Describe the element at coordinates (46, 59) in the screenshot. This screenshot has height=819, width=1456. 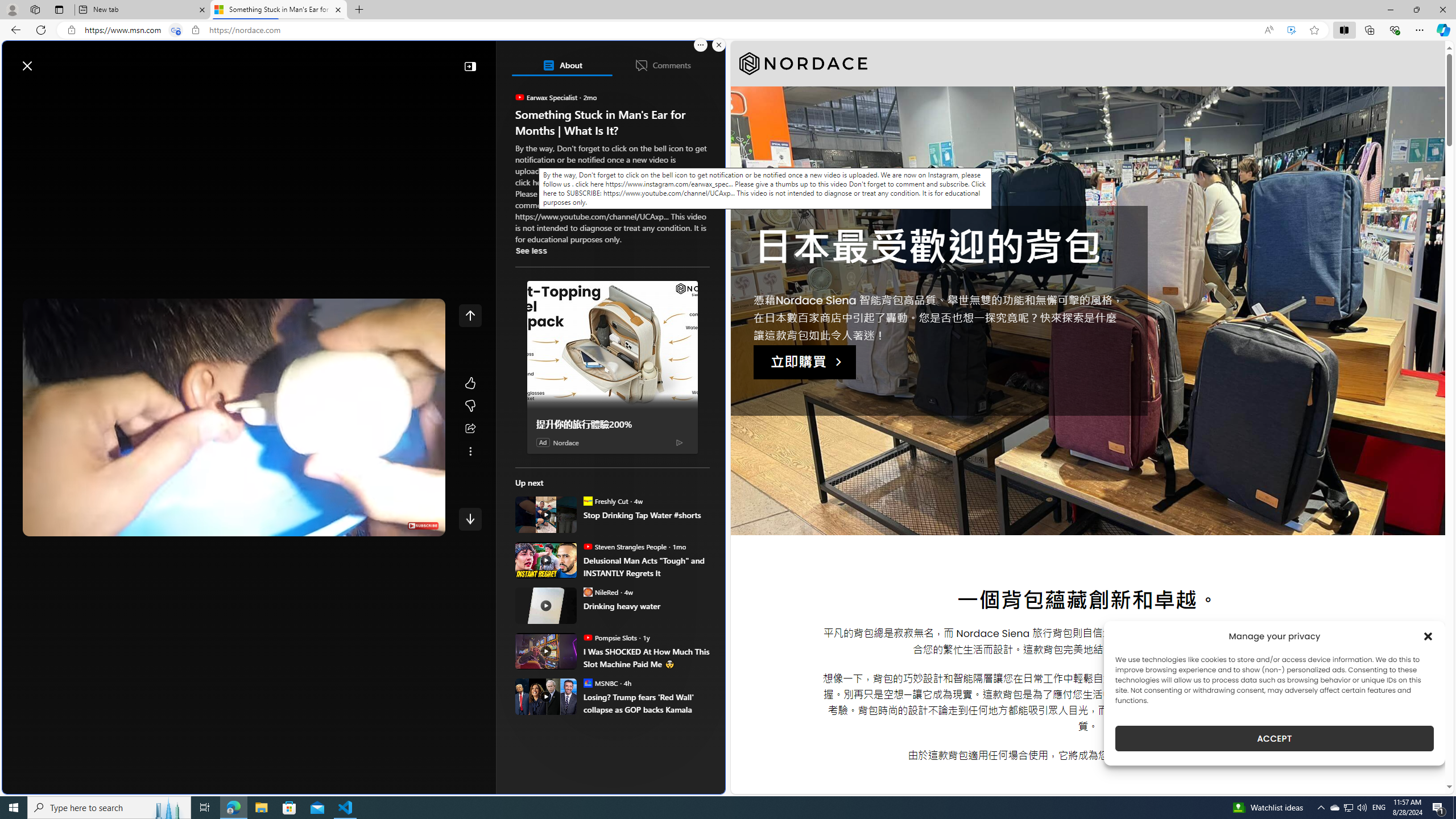
I see `'Skip to footer'` at that location.